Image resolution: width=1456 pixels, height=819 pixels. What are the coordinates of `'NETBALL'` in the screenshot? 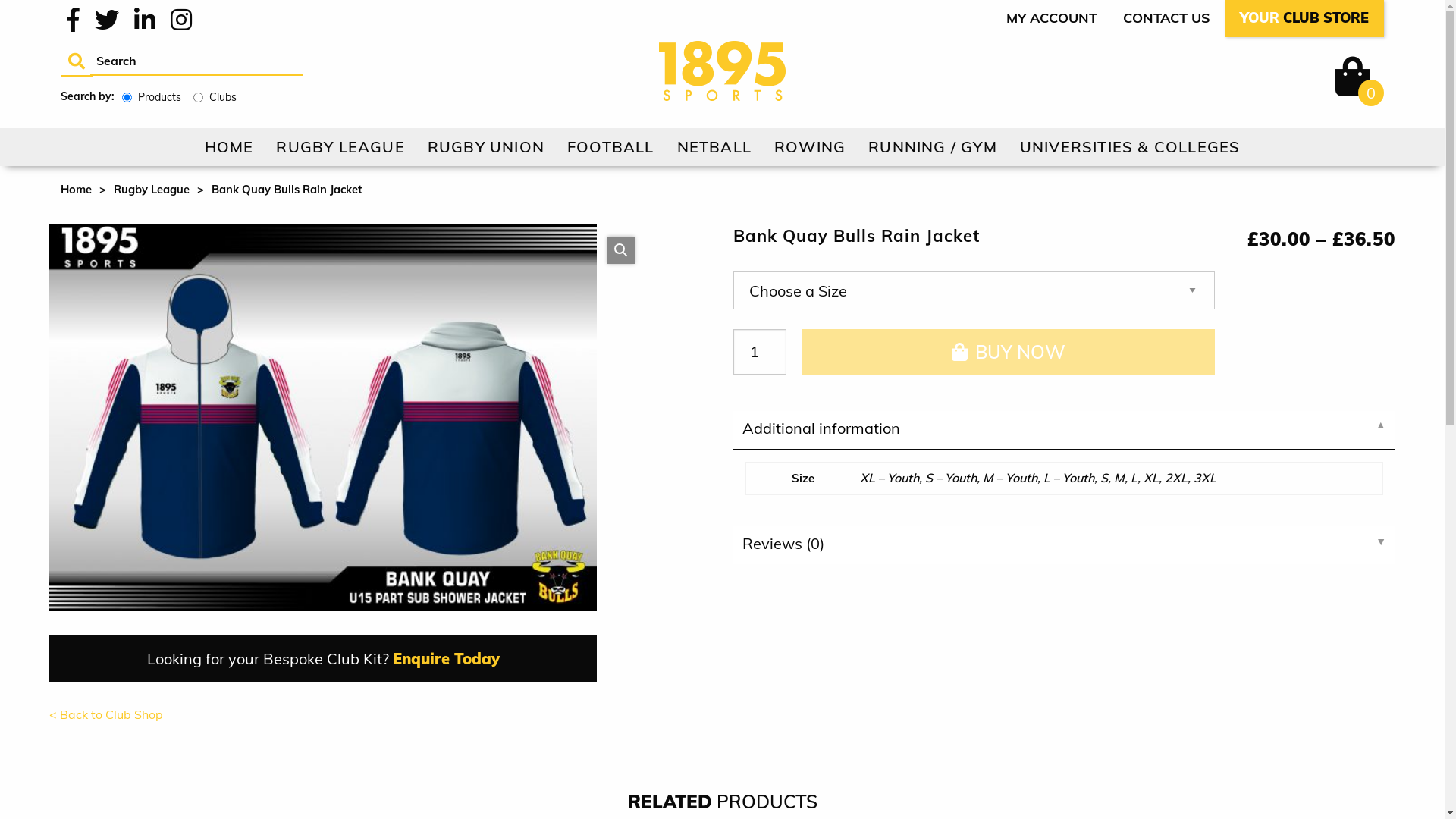 It's located at (713, 146).